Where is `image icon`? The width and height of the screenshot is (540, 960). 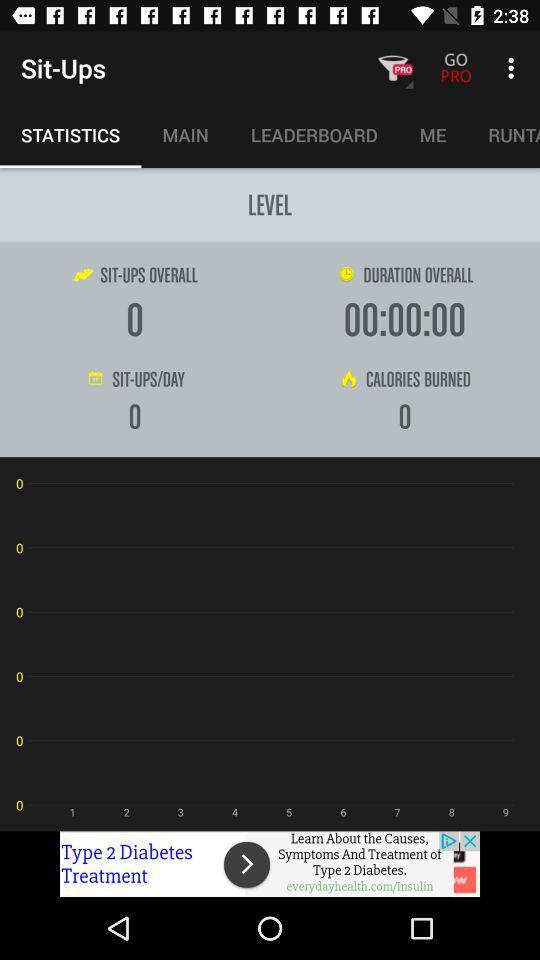 image icon is located at coordinates (270, 863).